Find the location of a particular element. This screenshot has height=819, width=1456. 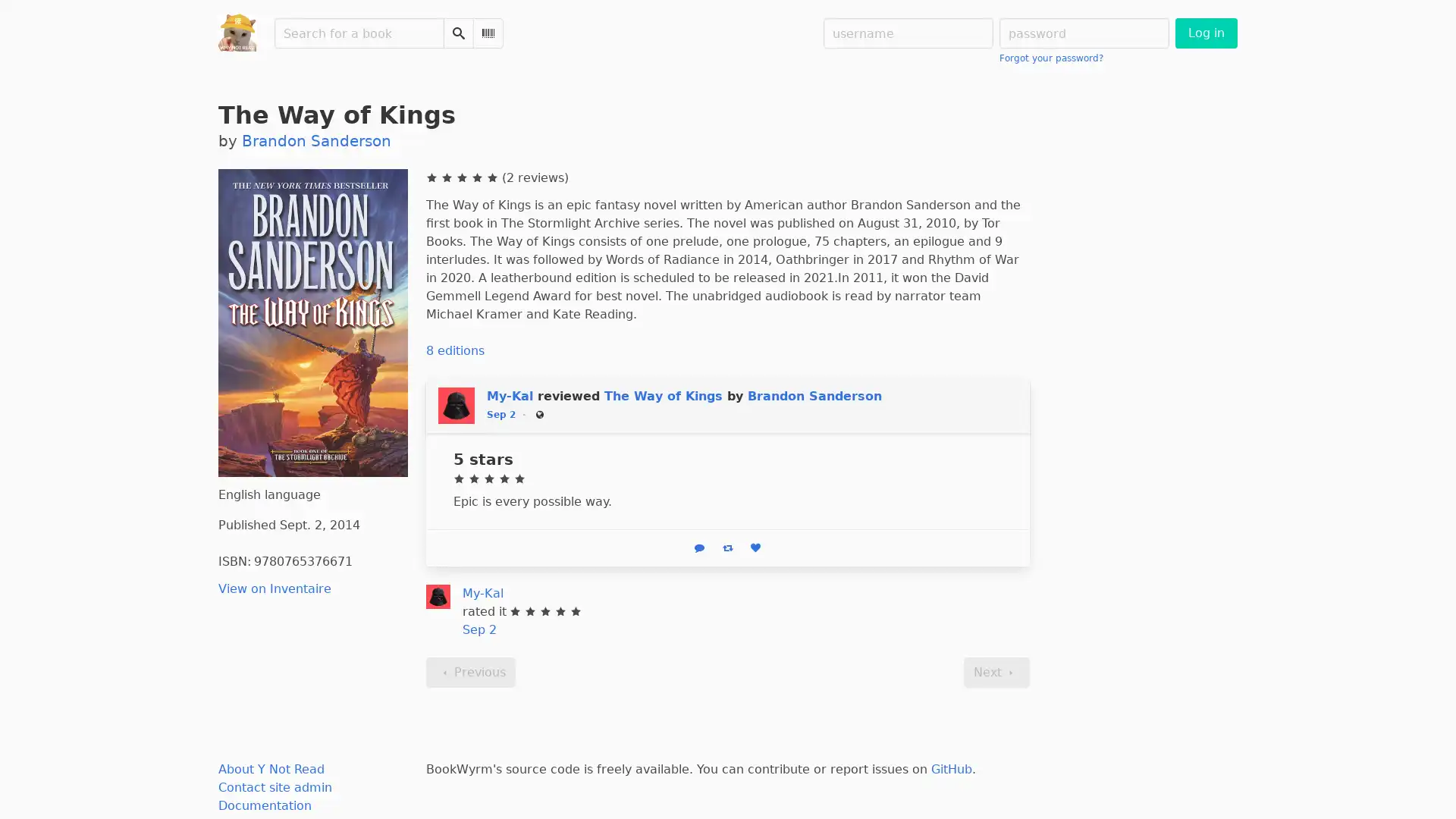

Scan Barcode is located at coordinates (488, 33).